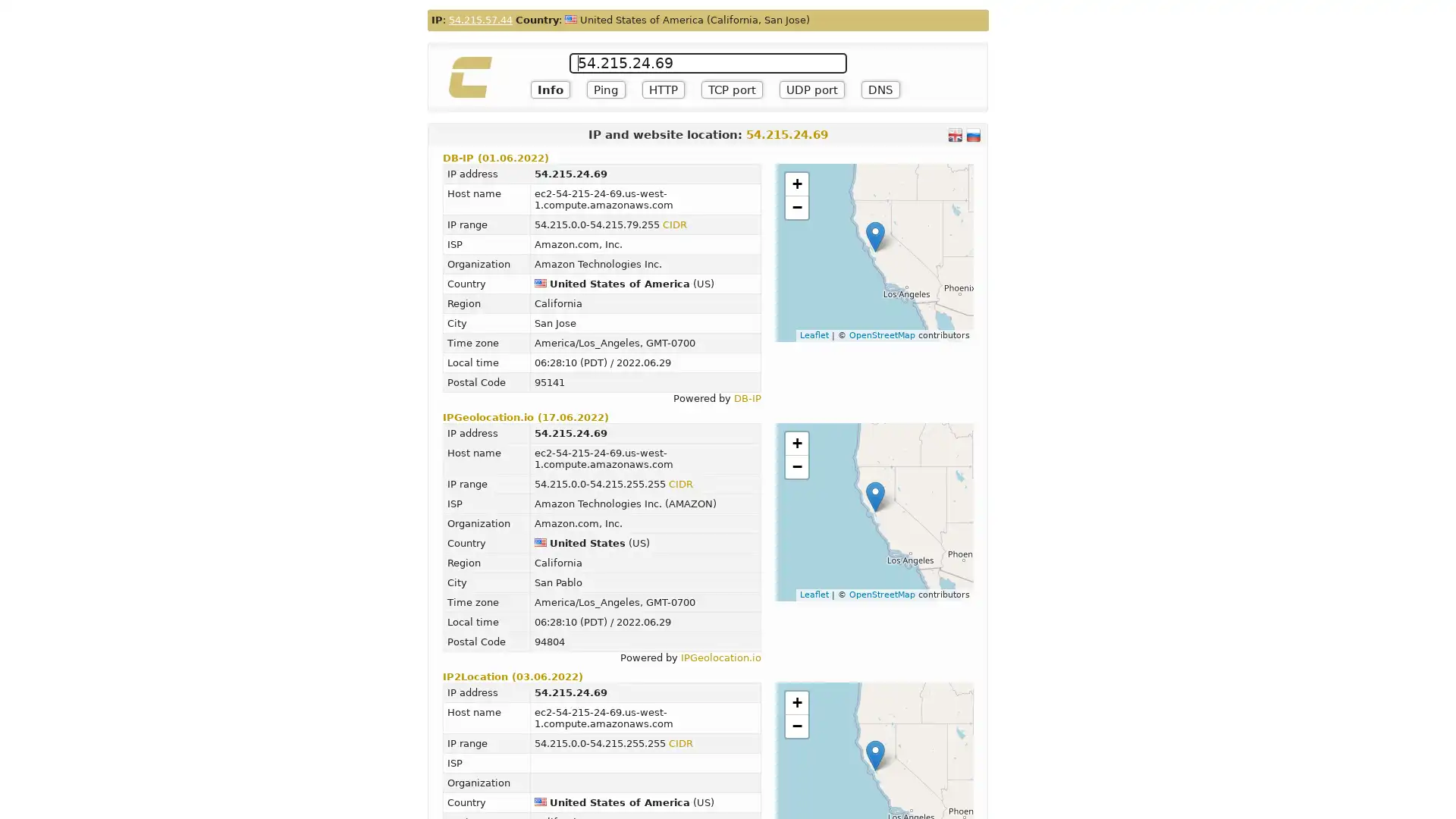 The height and width of the screenshot is (819, 1456). I want to click on Zoom out, so click(796, 725).